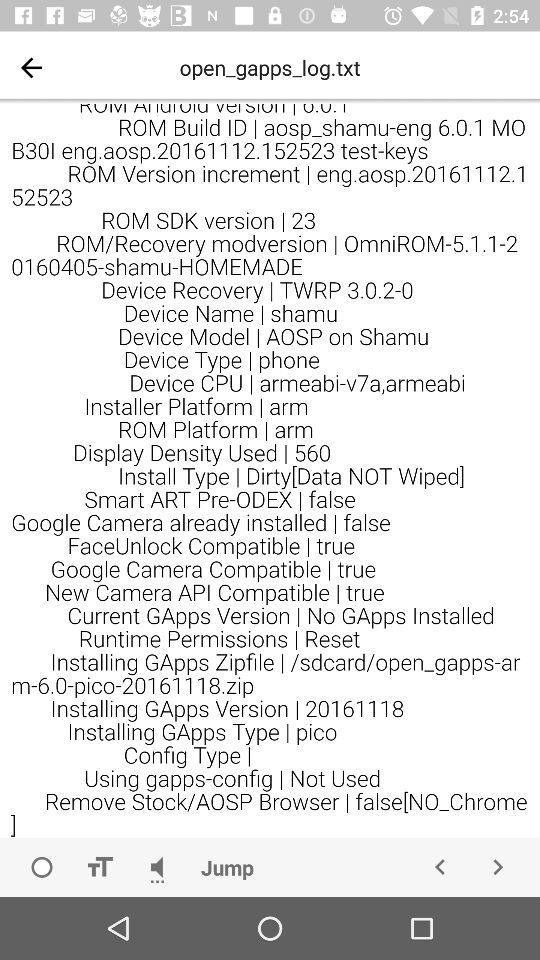 The image size is (540, 960). Describe the element at coordinates (226, 866) in the screenshot. I see `jump icon` at that location.